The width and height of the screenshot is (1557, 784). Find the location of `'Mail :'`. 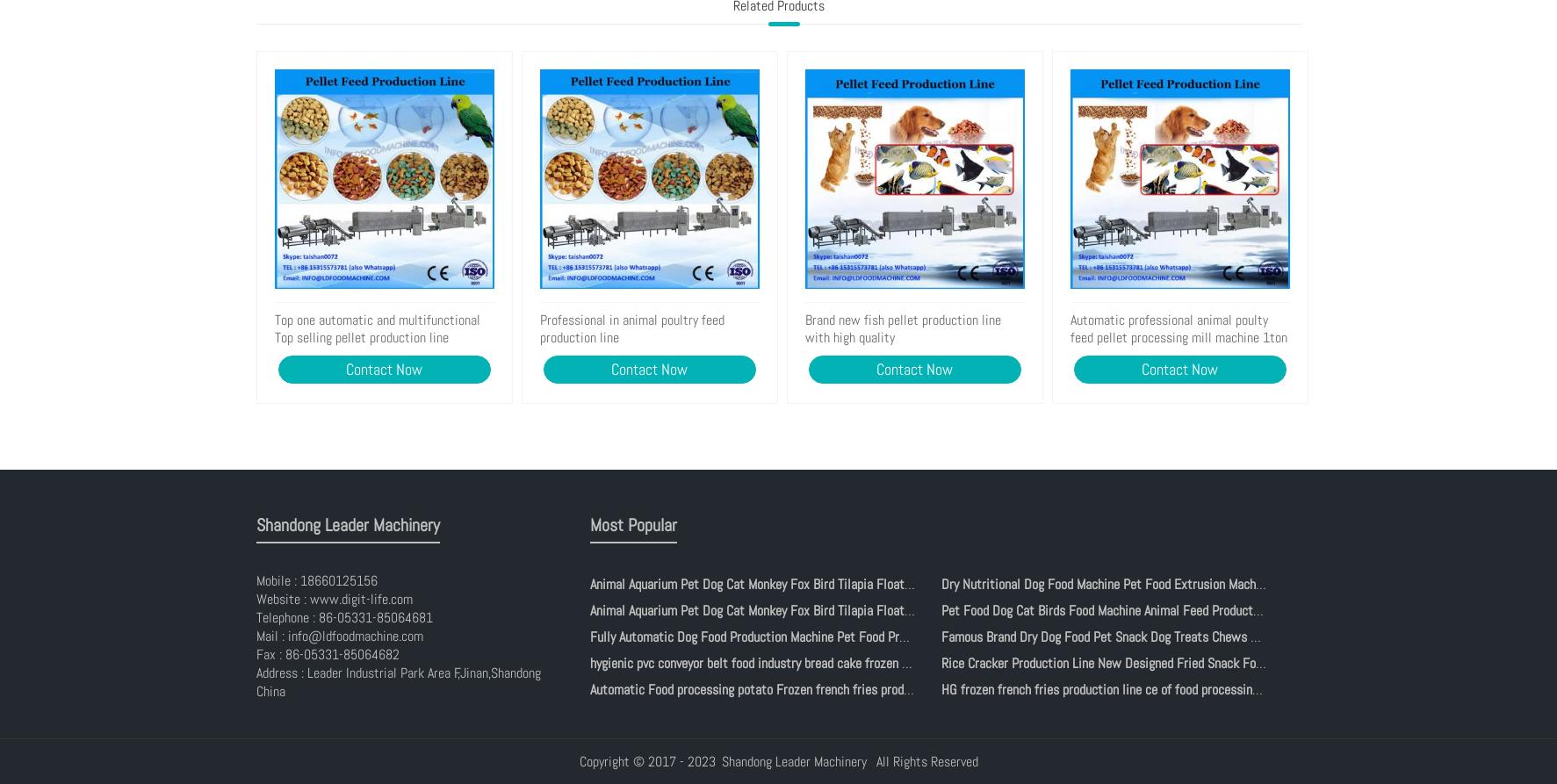

'Mail :' is located at coordinates (271, 636).